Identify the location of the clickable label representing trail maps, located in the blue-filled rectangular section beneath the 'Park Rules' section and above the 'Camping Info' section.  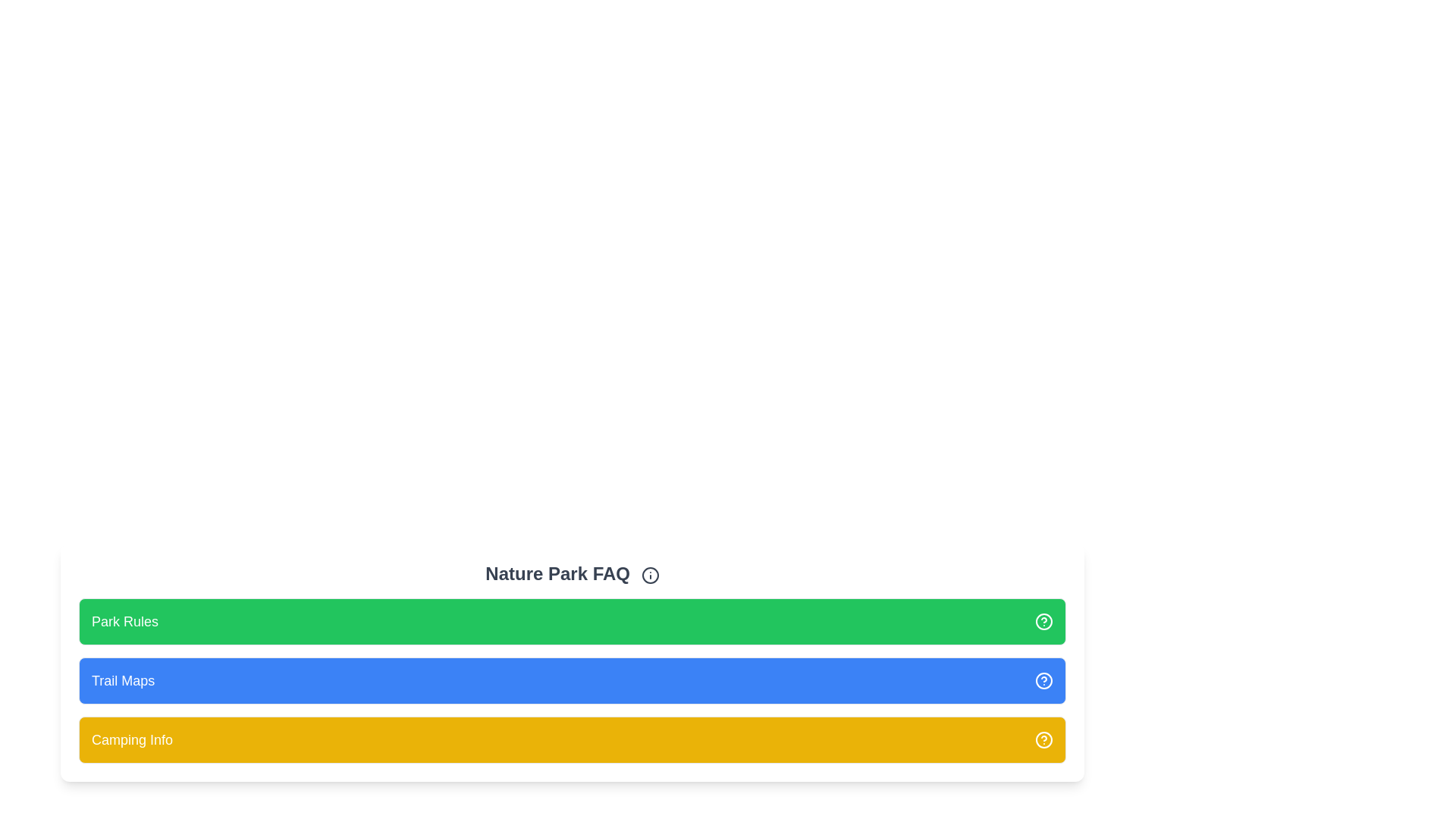
(123, 680).